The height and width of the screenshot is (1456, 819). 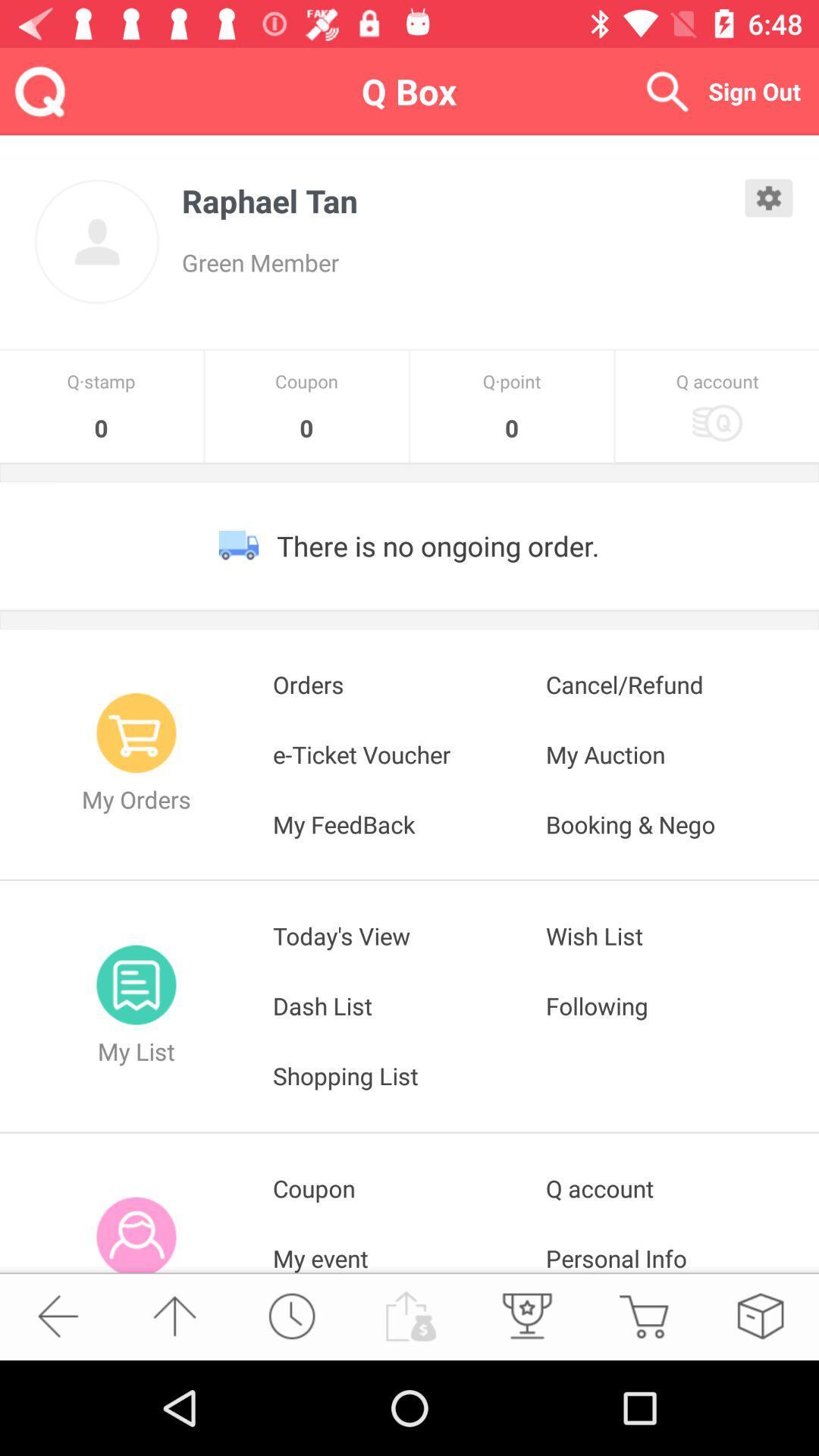 I want to click on upload the article, so click(x=408, y=1315).